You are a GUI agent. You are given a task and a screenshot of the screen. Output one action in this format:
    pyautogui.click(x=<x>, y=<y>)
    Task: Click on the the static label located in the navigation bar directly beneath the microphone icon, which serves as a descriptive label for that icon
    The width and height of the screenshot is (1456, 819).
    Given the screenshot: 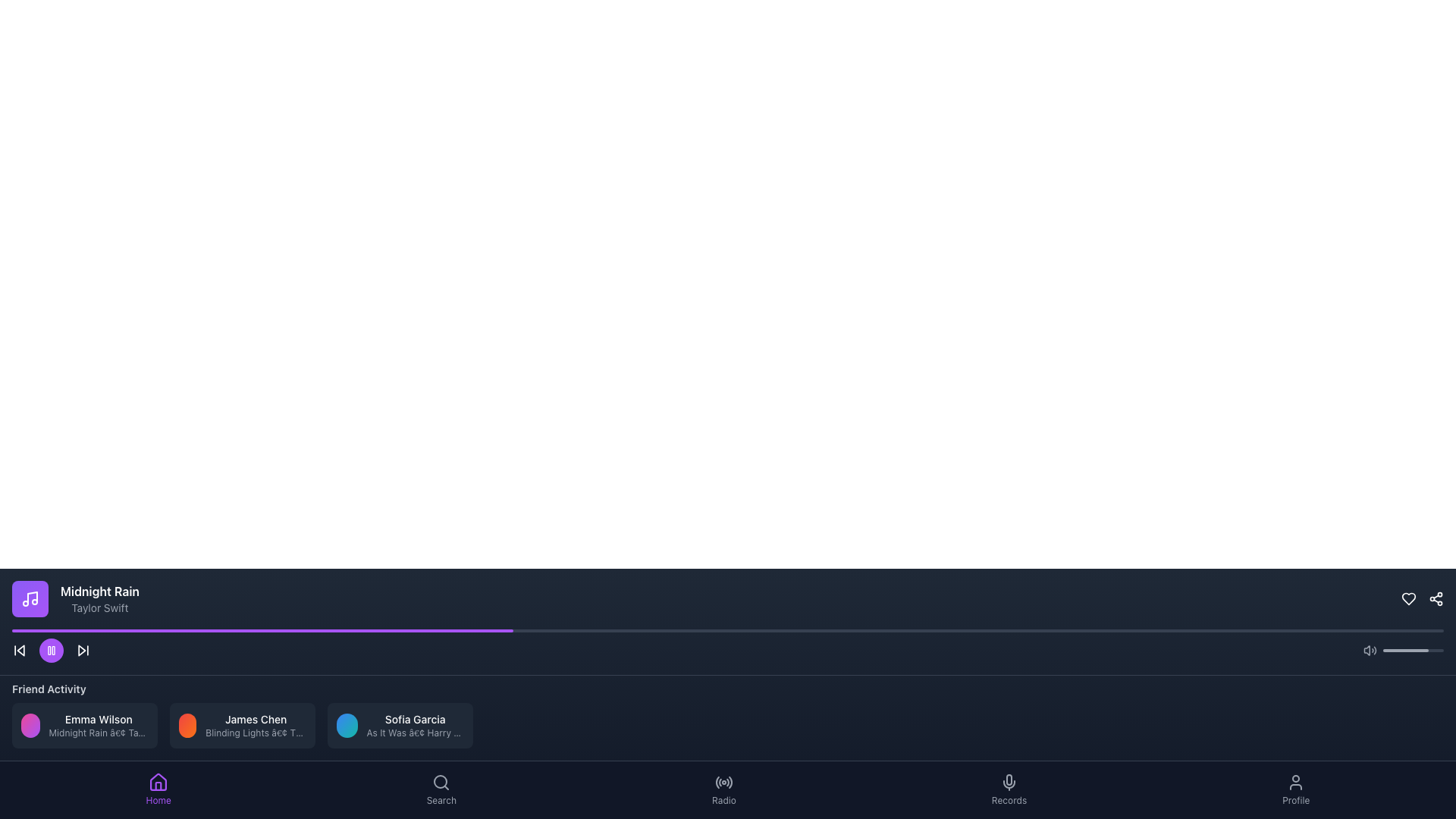 What is the action you would take?
    pyautogui.click(x=1009, y=800)
    